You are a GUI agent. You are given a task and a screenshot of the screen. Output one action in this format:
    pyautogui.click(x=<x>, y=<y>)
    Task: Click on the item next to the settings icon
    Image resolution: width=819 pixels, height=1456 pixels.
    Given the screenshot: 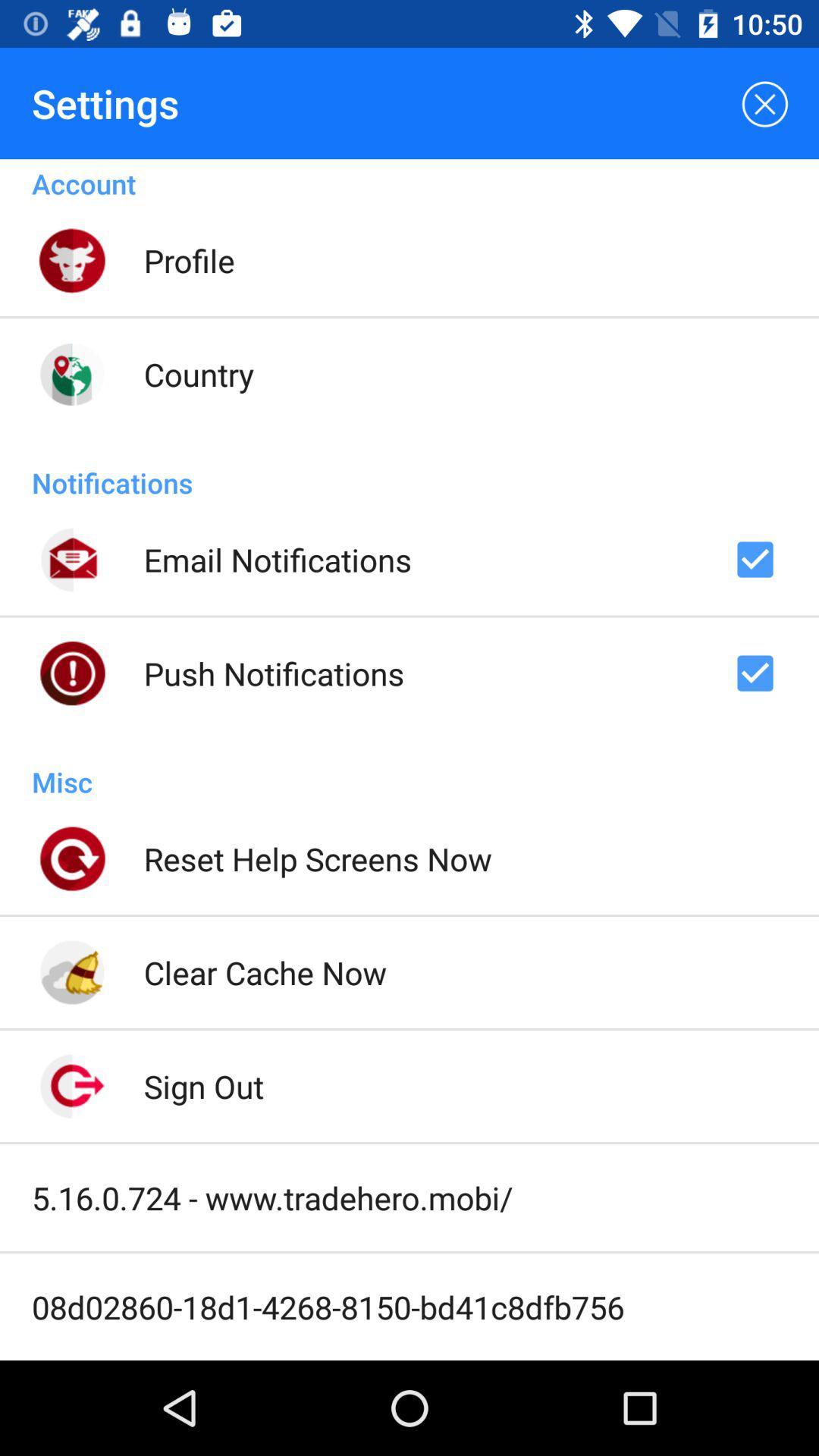 What is the action you would take?
    pyautogui.click(x=763, y=102)
    